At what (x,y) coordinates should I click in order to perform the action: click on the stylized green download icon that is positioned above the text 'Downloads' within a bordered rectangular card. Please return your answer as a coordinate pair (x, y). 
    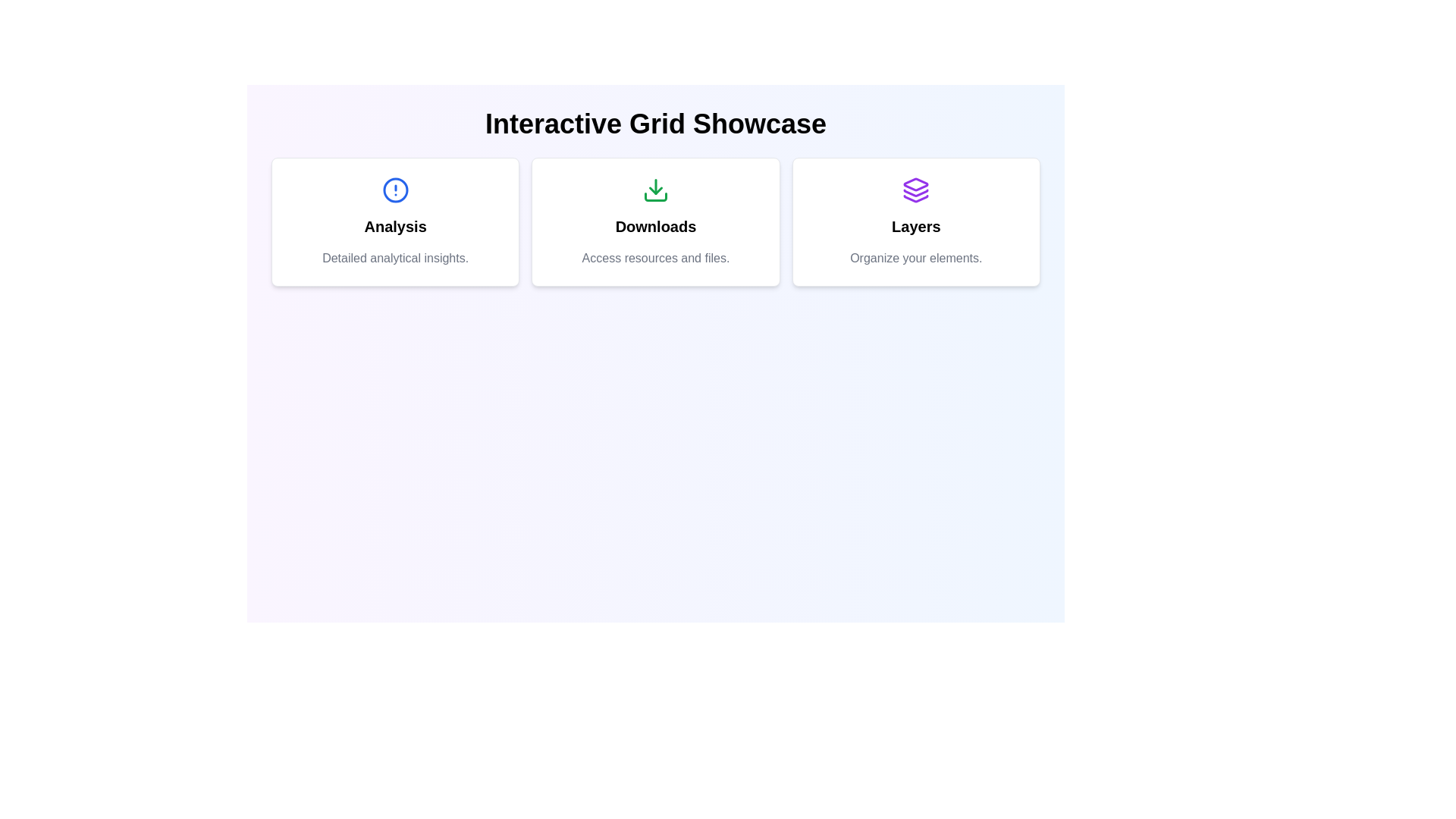
    Looking at the image, I should click on (655, 189).